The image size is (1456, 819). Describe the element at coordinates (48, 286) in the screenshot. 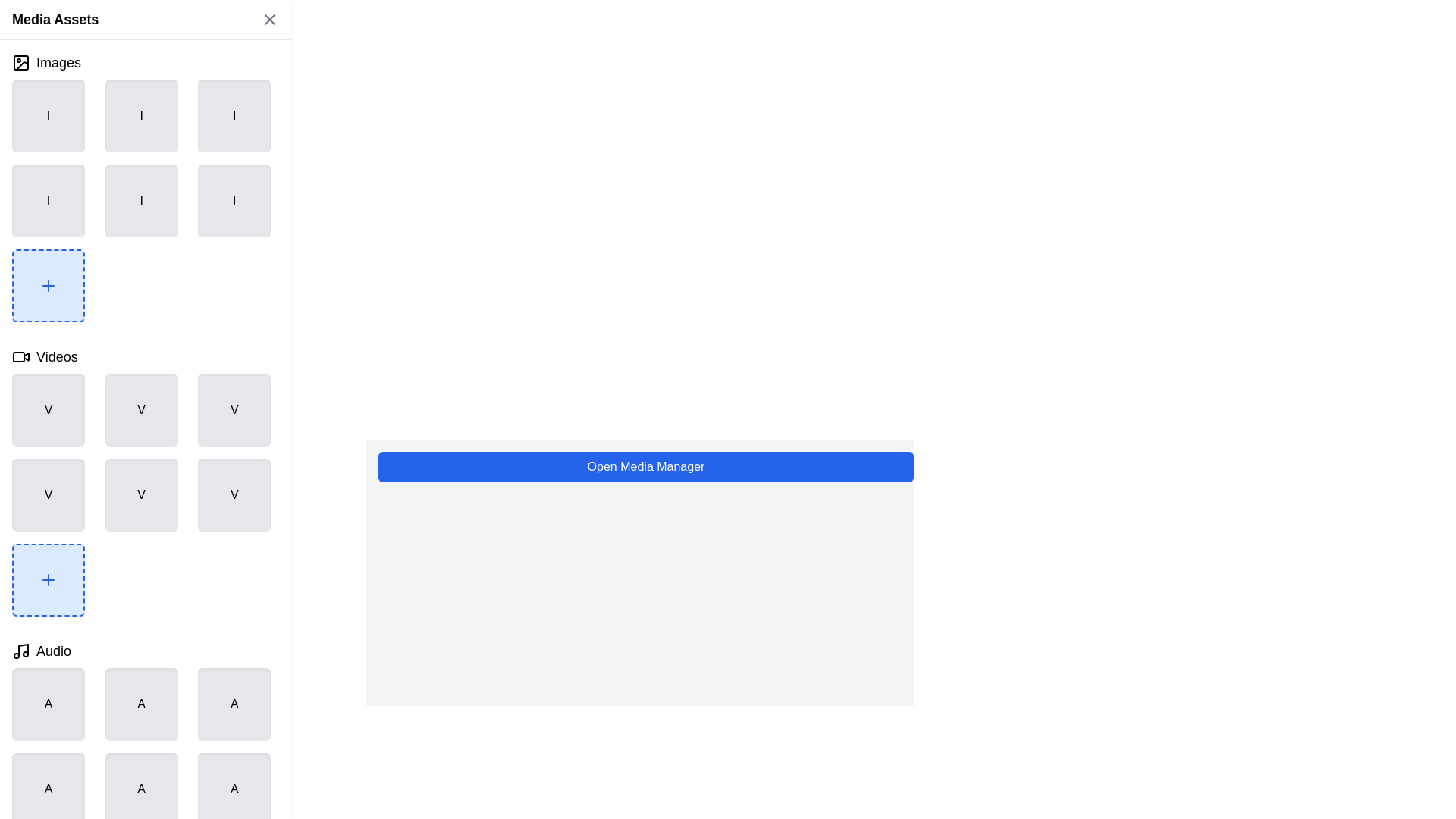

I see `the small blue plus icon within the light blue square box located in the 'Images' section of the 'Media Assets' panel` at that location.